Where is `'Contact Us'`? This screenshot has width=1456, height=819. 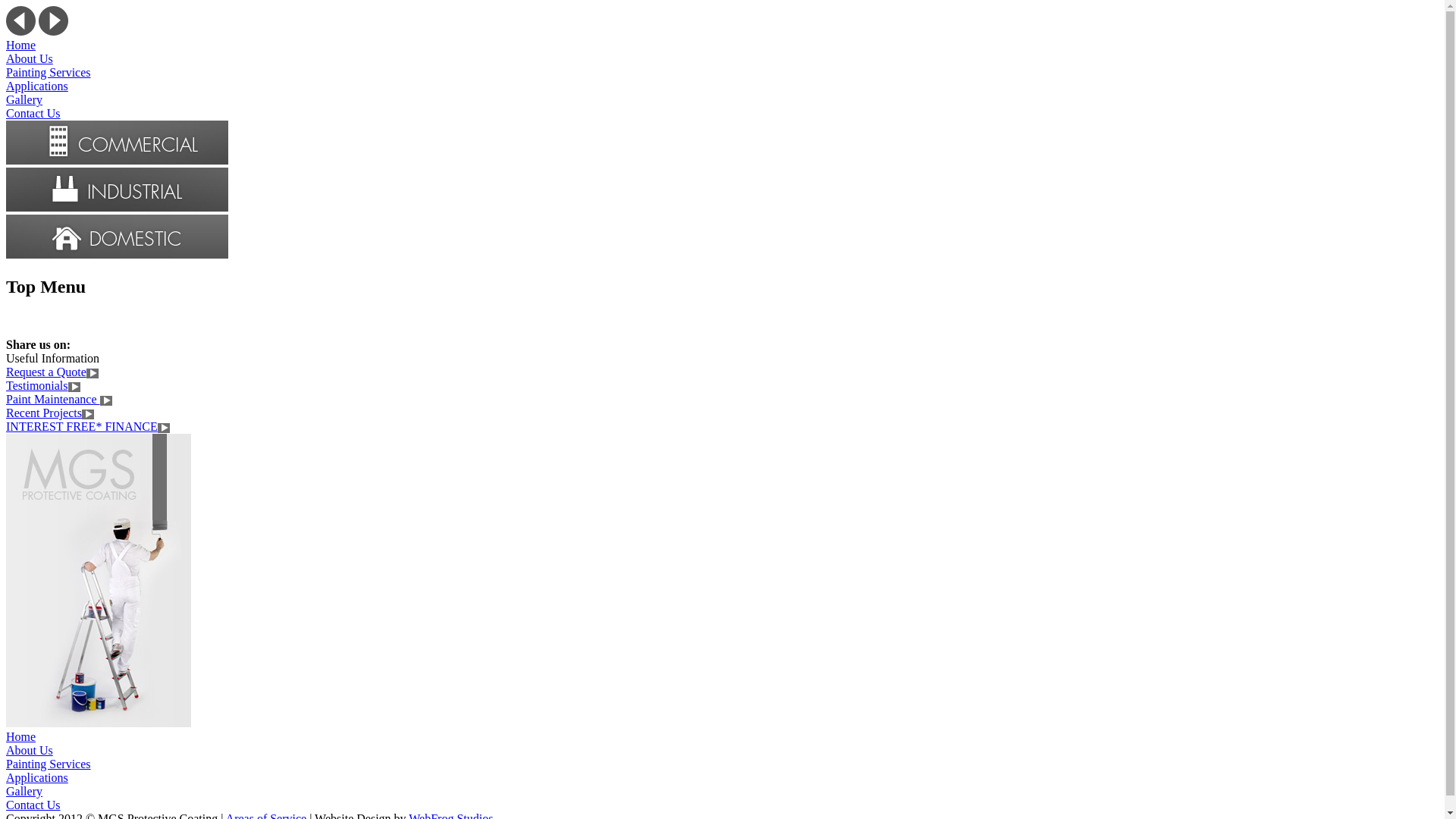
'Contact Us' is located at coordinates (33, 804).